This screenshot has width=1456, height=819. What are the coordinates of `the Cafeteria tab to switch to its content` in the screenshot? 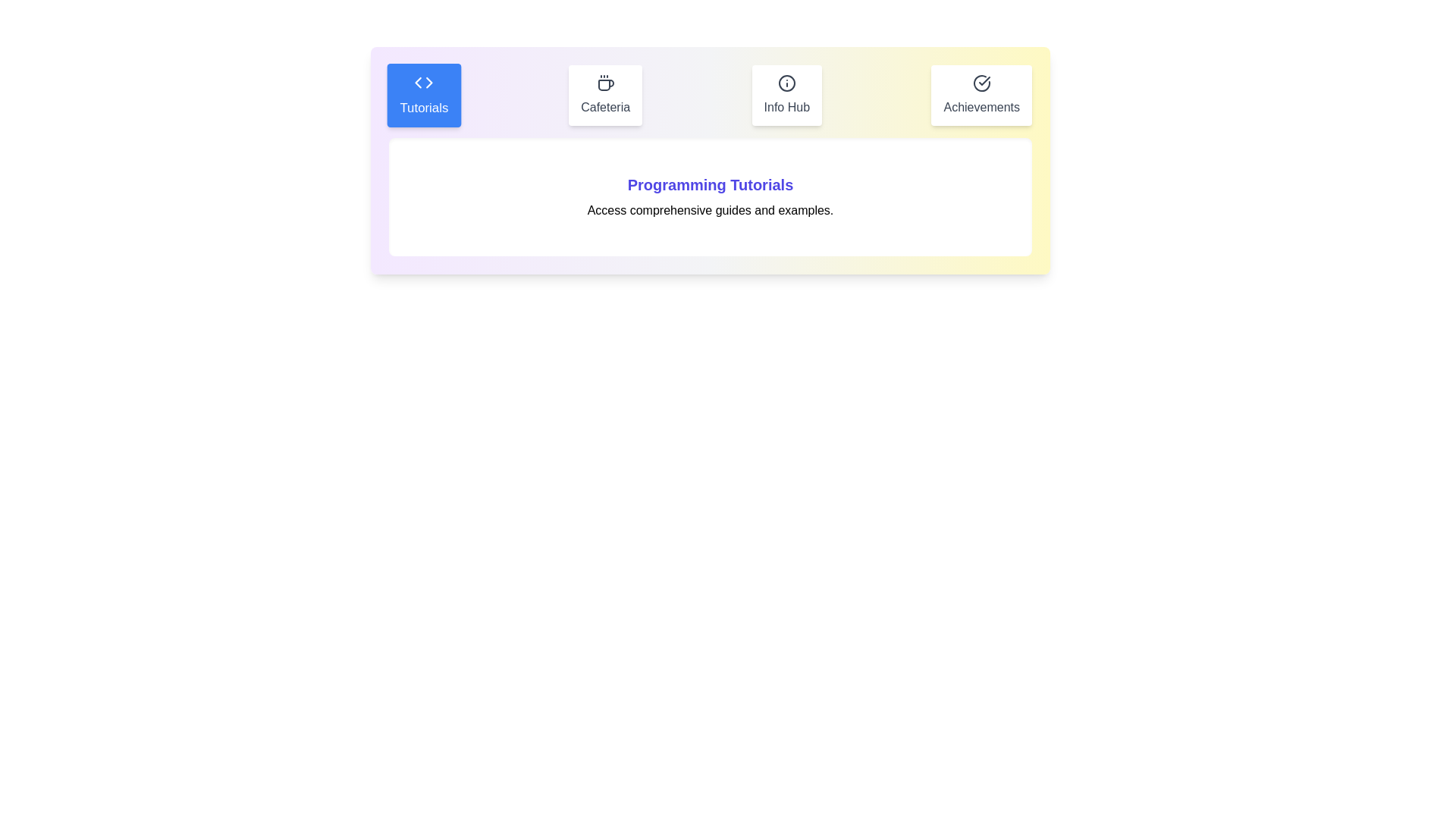 It's located at (604, 96).